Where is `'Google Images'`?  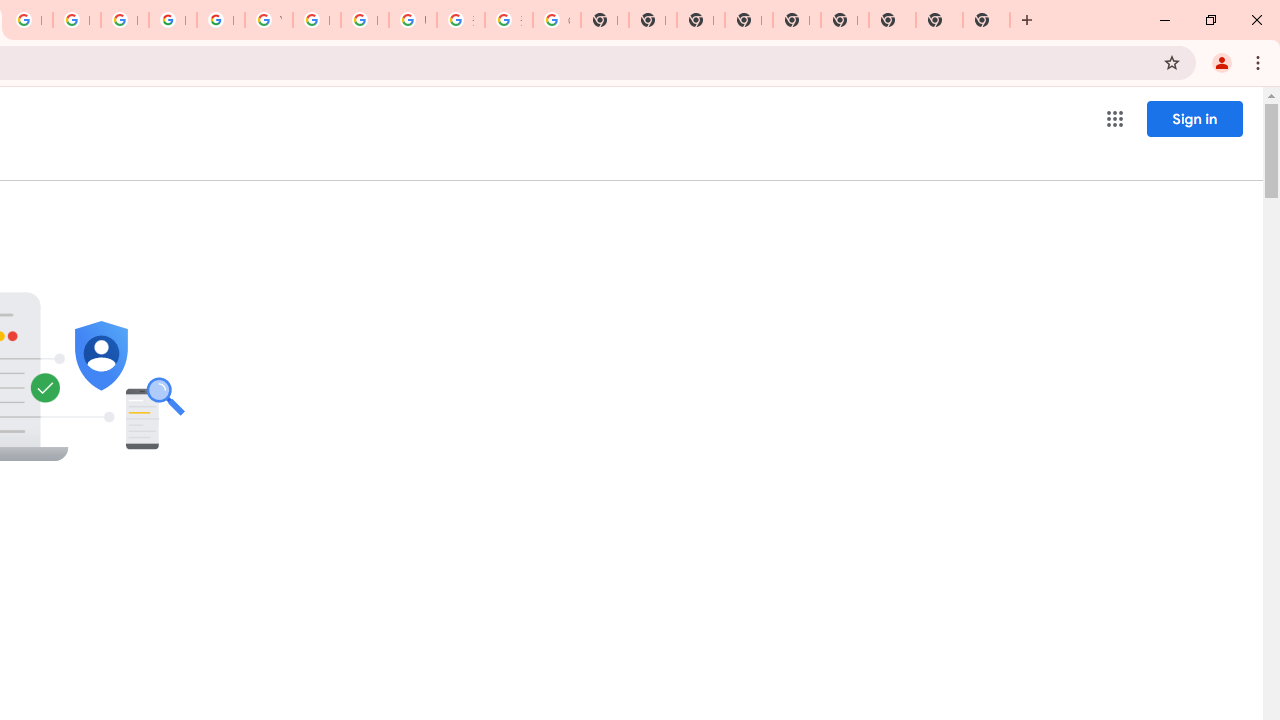 'Google Images' is located at coordinates (556, 20).